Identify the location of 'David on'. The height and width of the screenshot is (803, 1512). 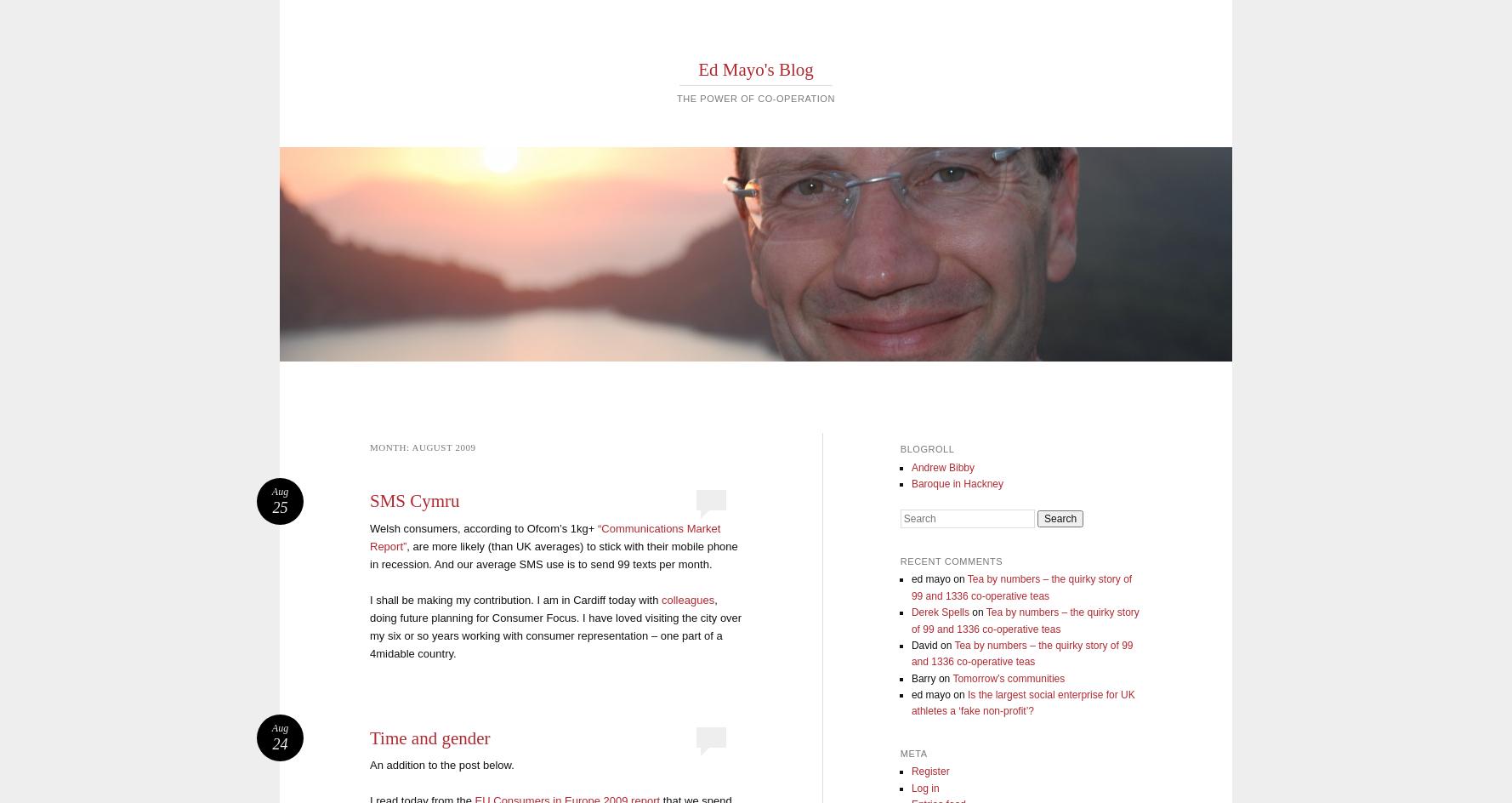
(931, 645).